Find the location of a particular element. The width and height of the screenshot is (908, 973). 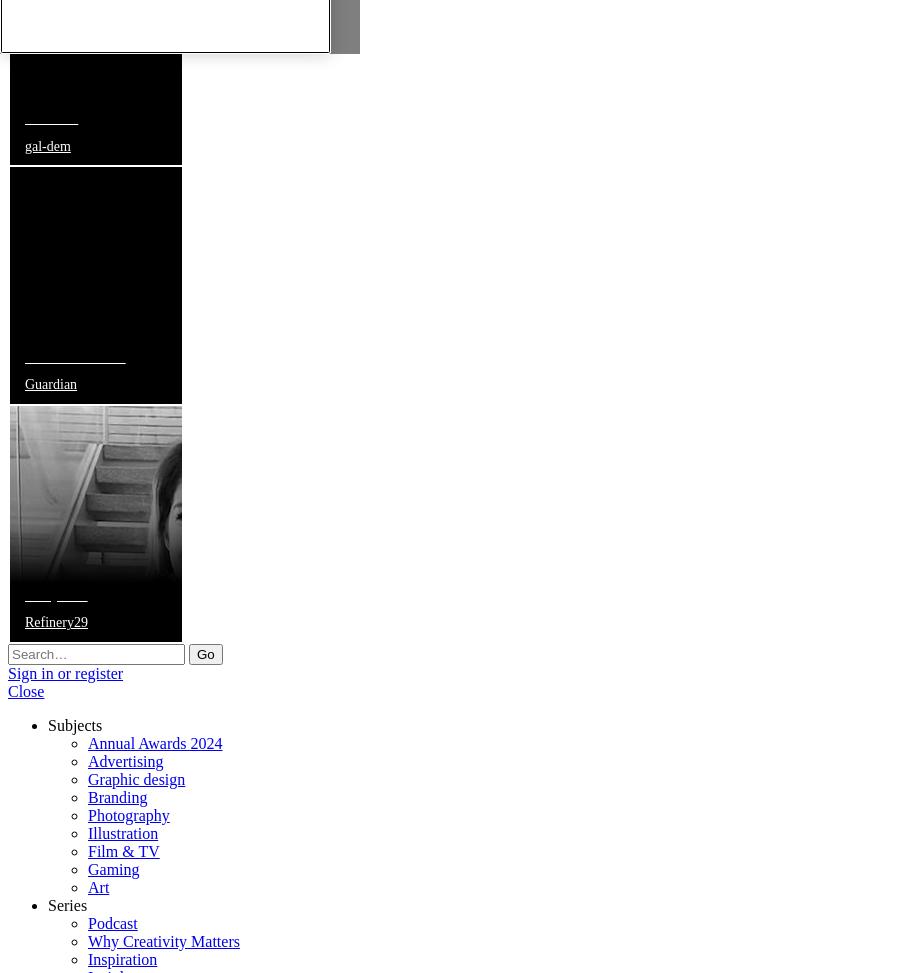

'Sign in or register' is located at coordinates (65, 671).